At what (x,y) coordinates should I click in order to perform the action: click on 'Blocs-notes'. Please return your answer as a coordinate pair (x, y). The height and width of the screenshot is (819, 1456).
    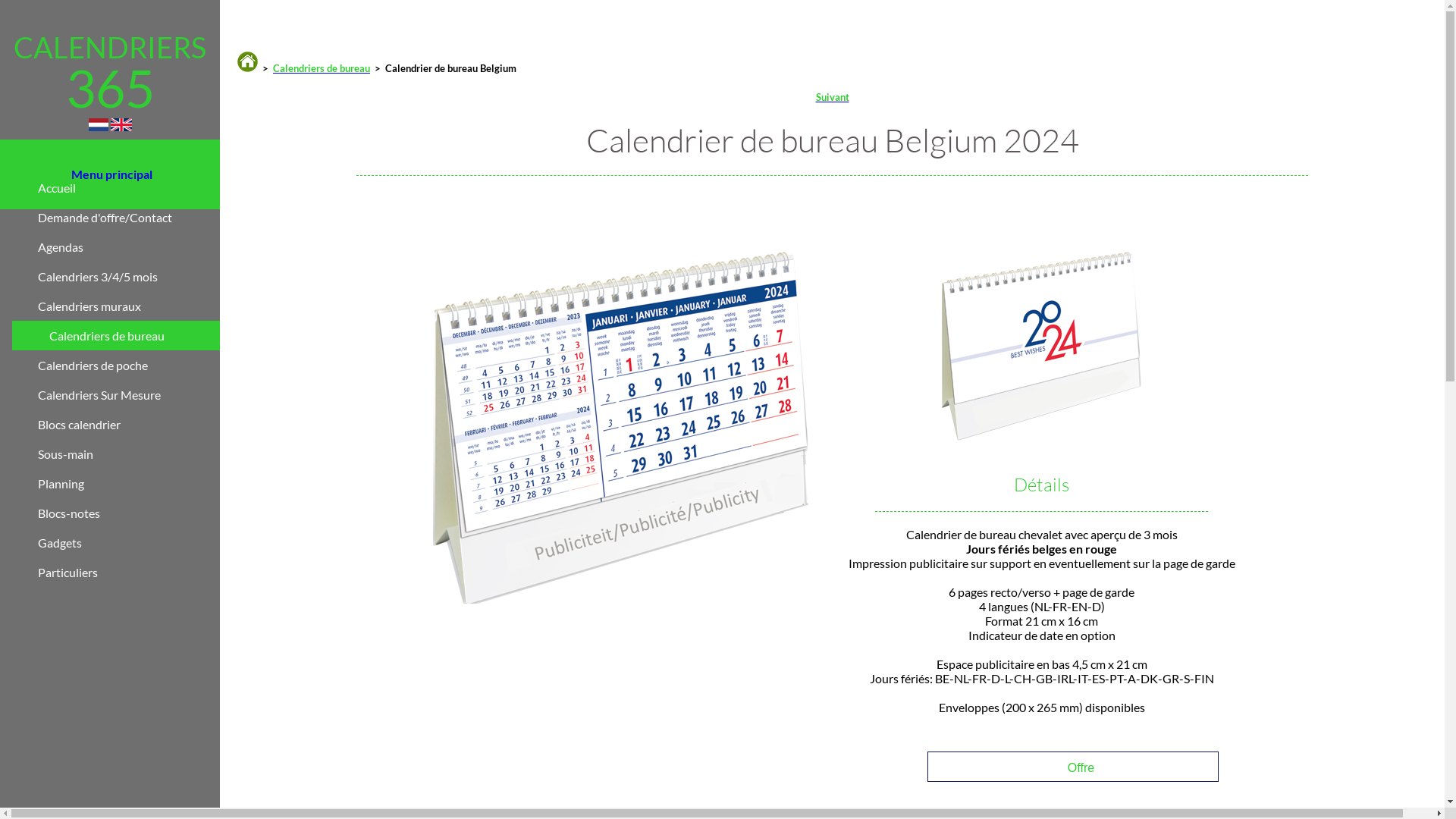
    Looking at the image, I should click on (11, 512).